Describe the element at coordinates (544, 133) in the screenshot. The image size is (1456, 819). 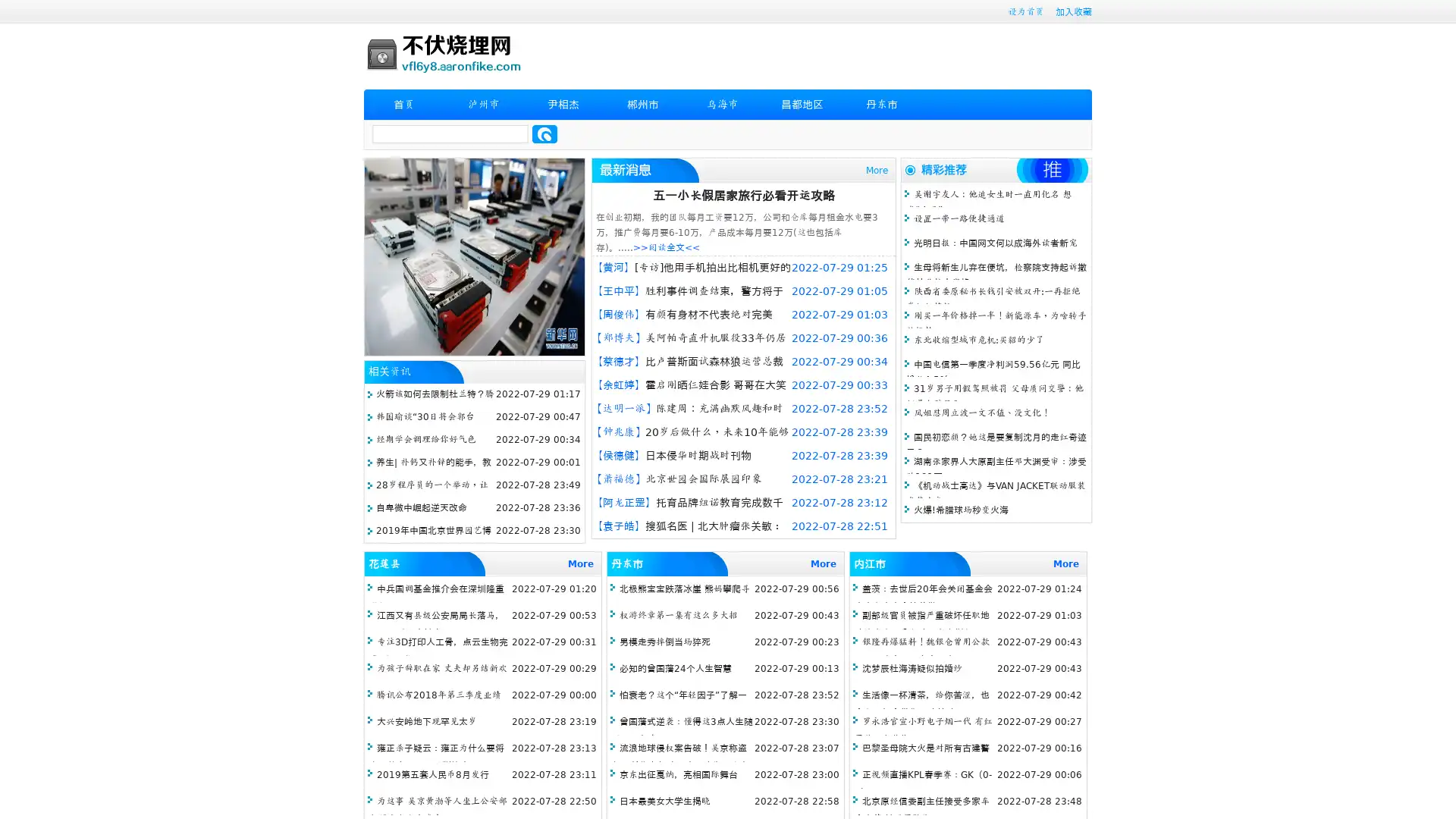
I see `Search` at that location.